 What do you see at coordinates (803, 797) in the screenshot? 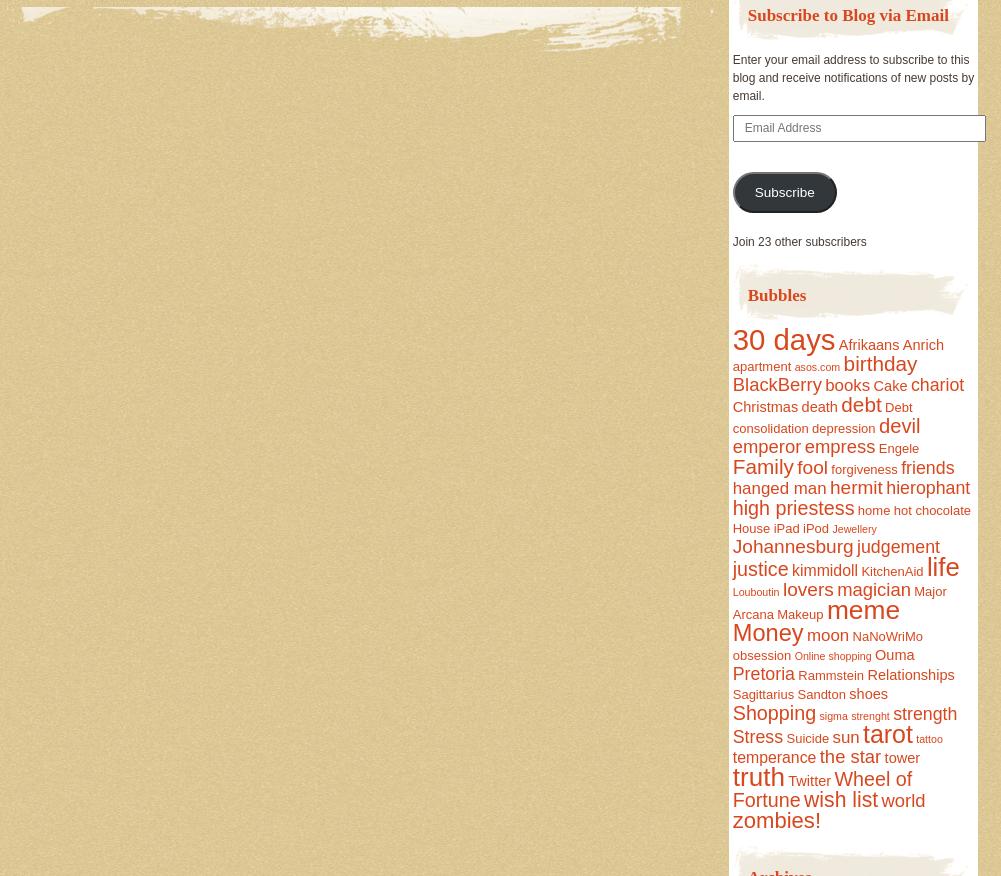
I see `'wish list'` at bounding box center [803, 797].